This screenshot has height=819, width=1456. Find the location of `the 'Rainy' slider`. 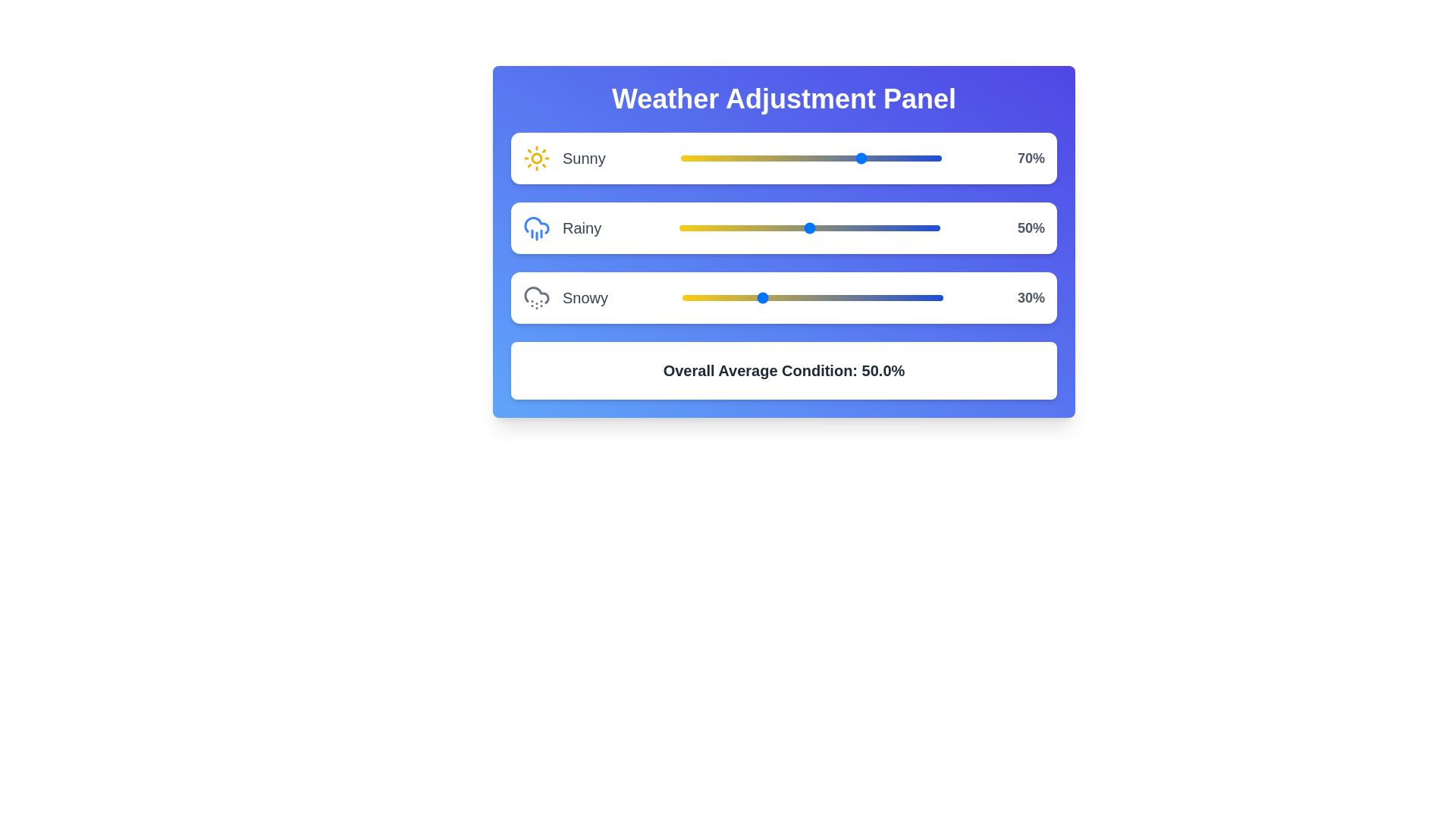

the 'Rainy' slider is located at coordinates (819, 227).